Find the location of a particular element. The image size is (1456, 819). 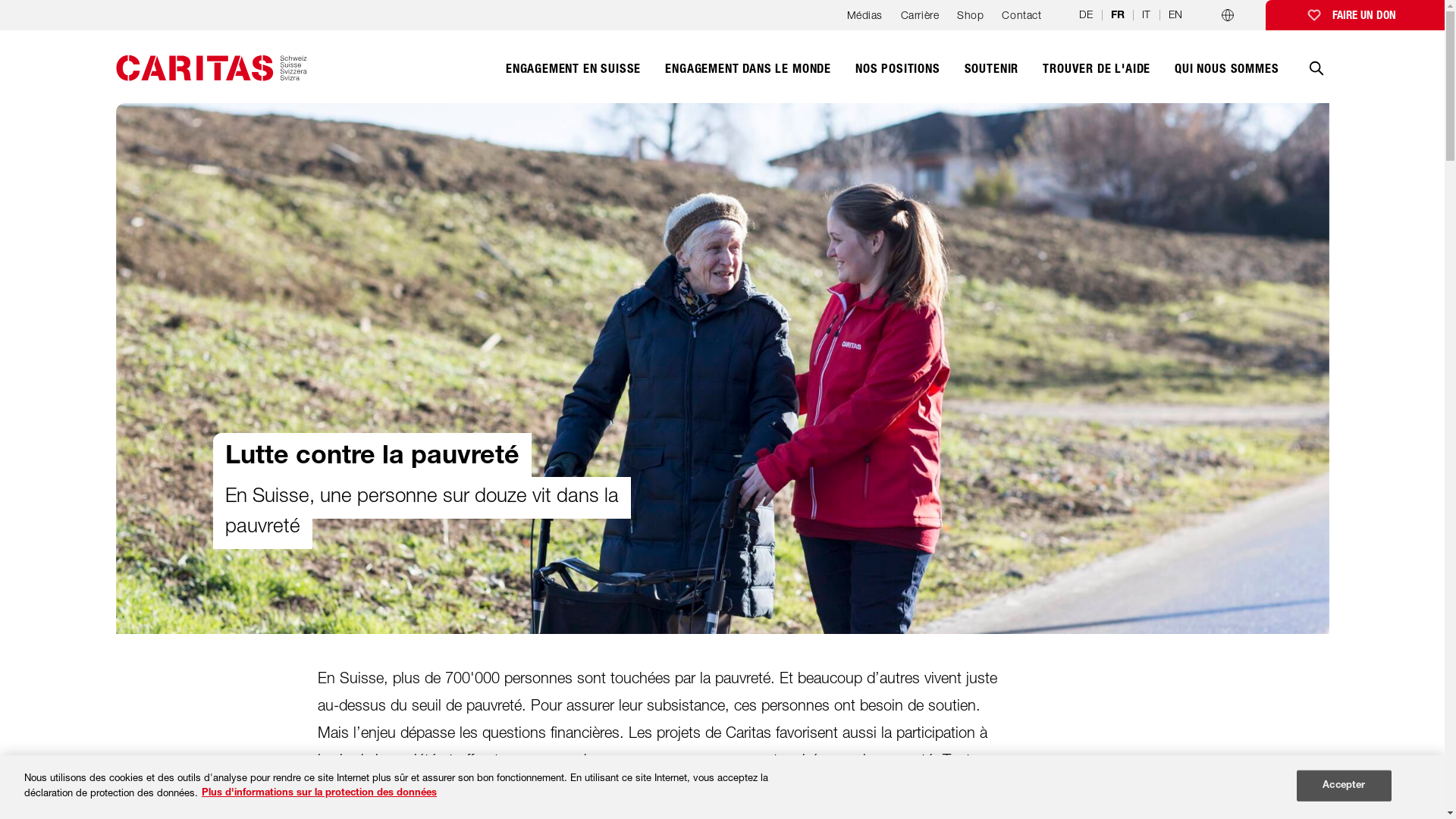

'QUI NOUS SOMMES' is located at coordinates (1226, 77).